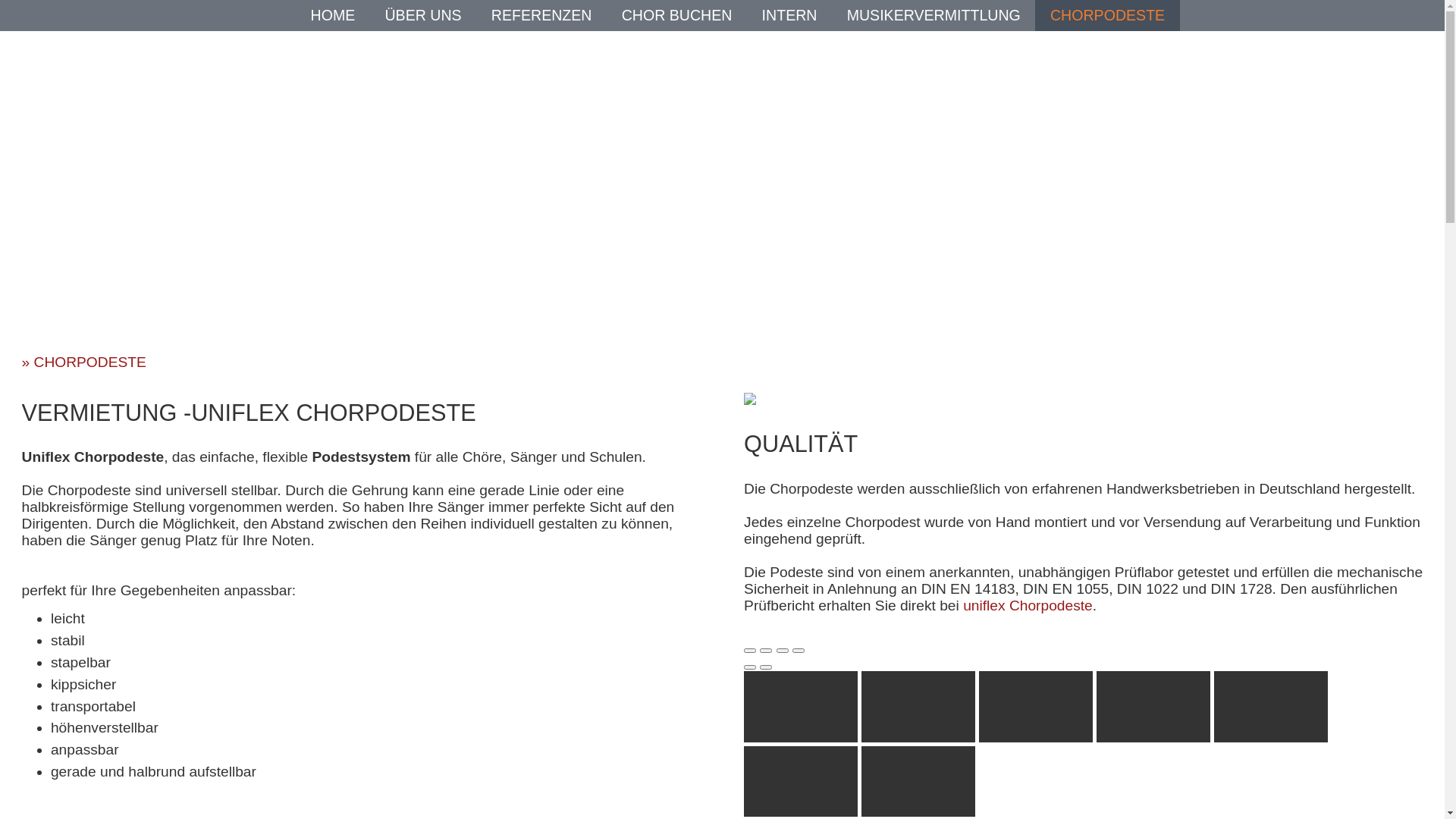 The height and width of the screenshot is (819, 1456). I want to click on 'Close (Esc)', so click(743, 649).